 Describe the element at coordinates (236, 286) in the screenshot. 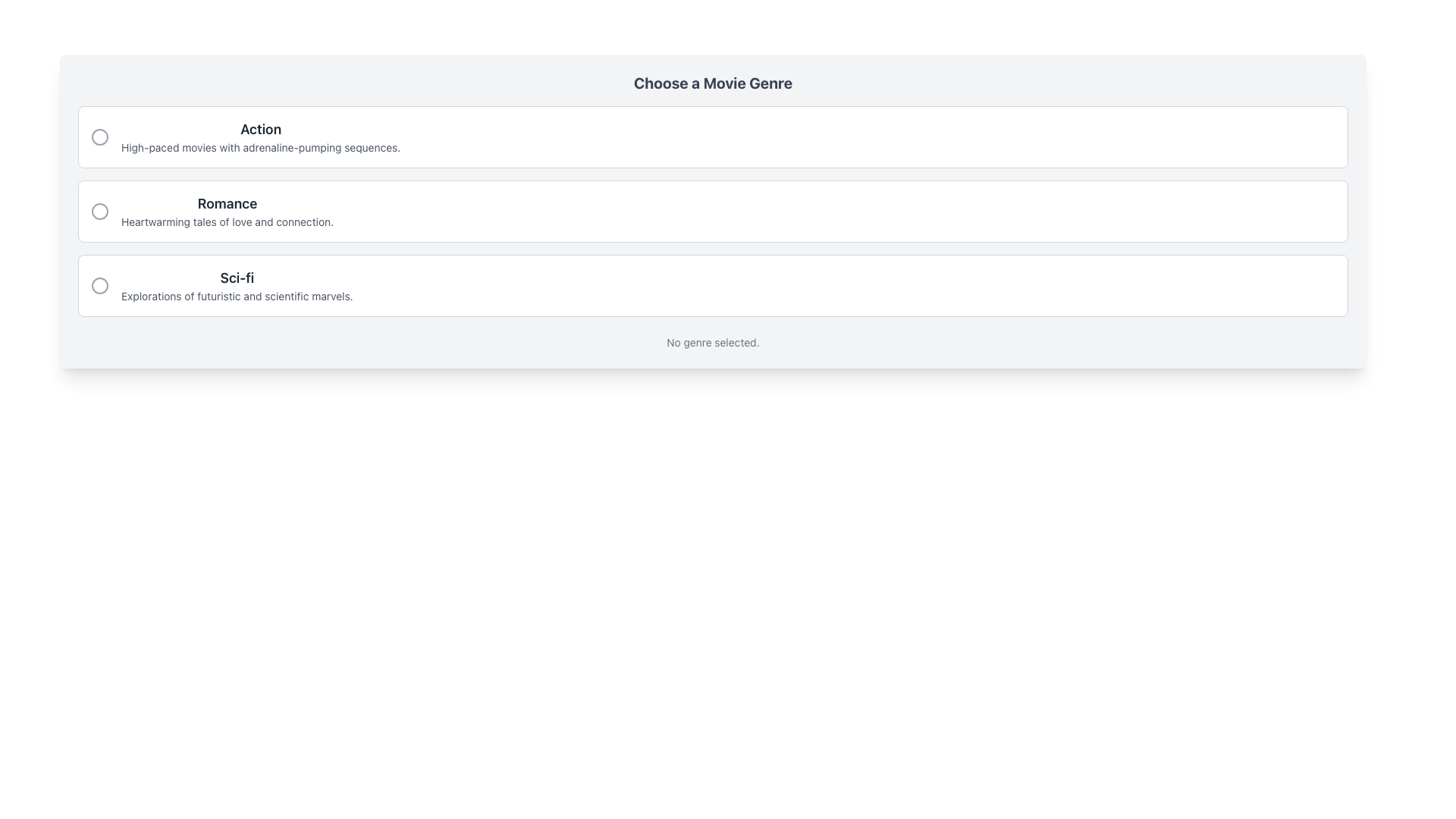

I see `the third list item that displays the title and description of the 'Sci-fi' genre to select and confirm the genre` at that location.